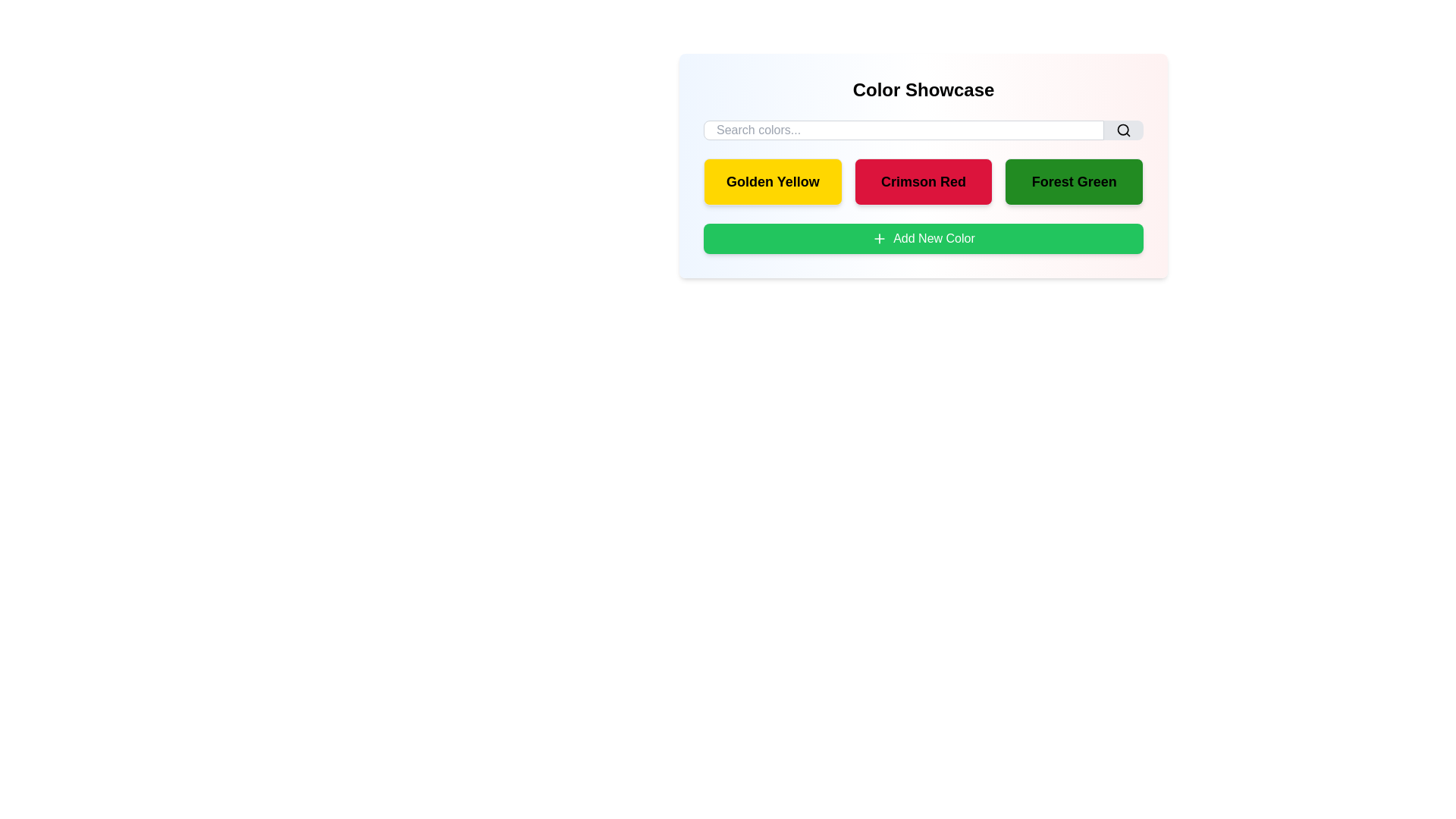  I want to click on the non-interactive button that visually represents 'Golden Yellow', located in the upper section of the interface, to the left of 'Crimson Red' and 'Forest Green', so click(773, 180).